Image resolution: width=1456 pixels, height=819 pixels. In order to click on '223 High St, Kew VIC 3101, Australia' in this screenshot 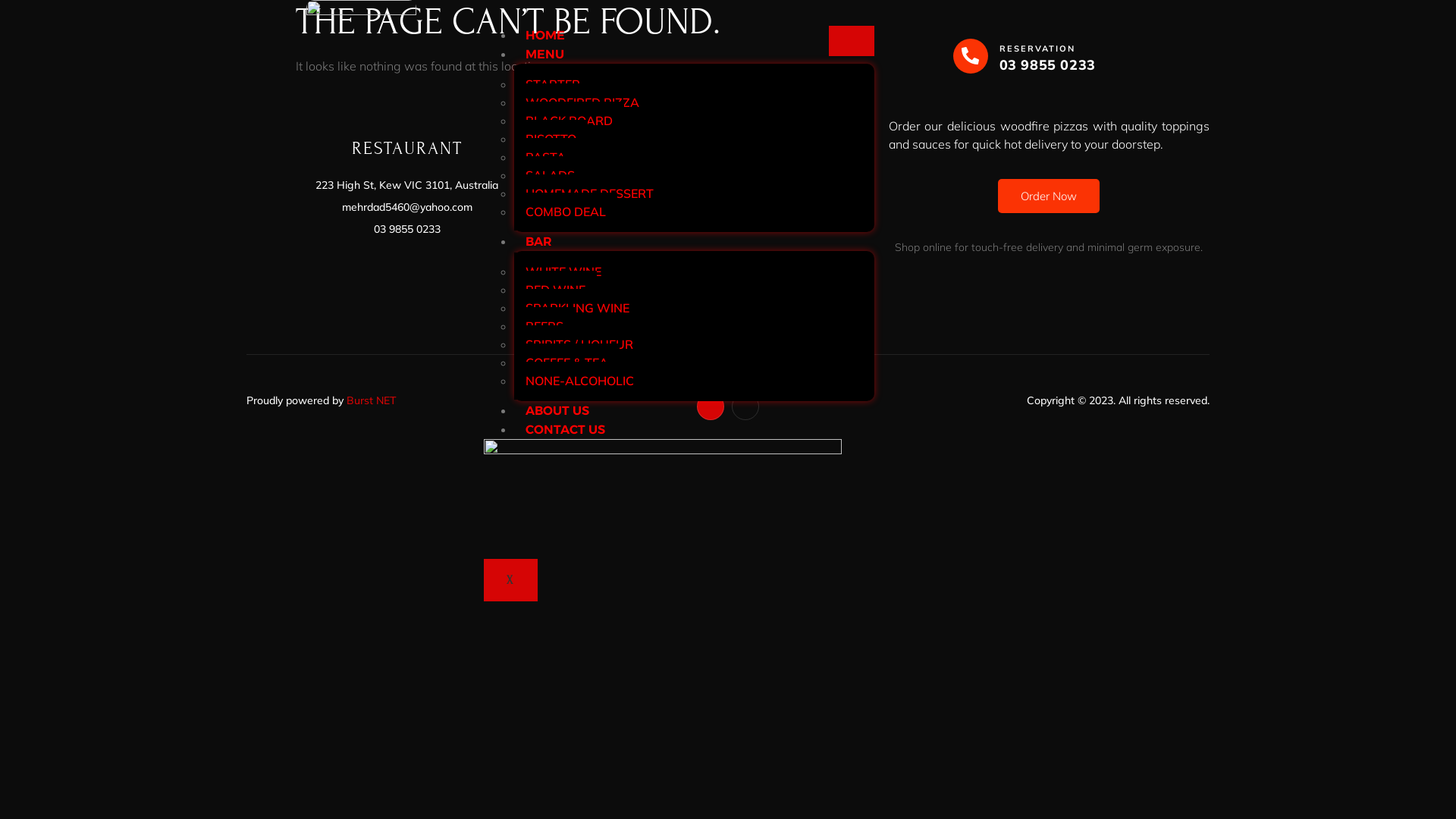, I will do `click(406, 184)`.